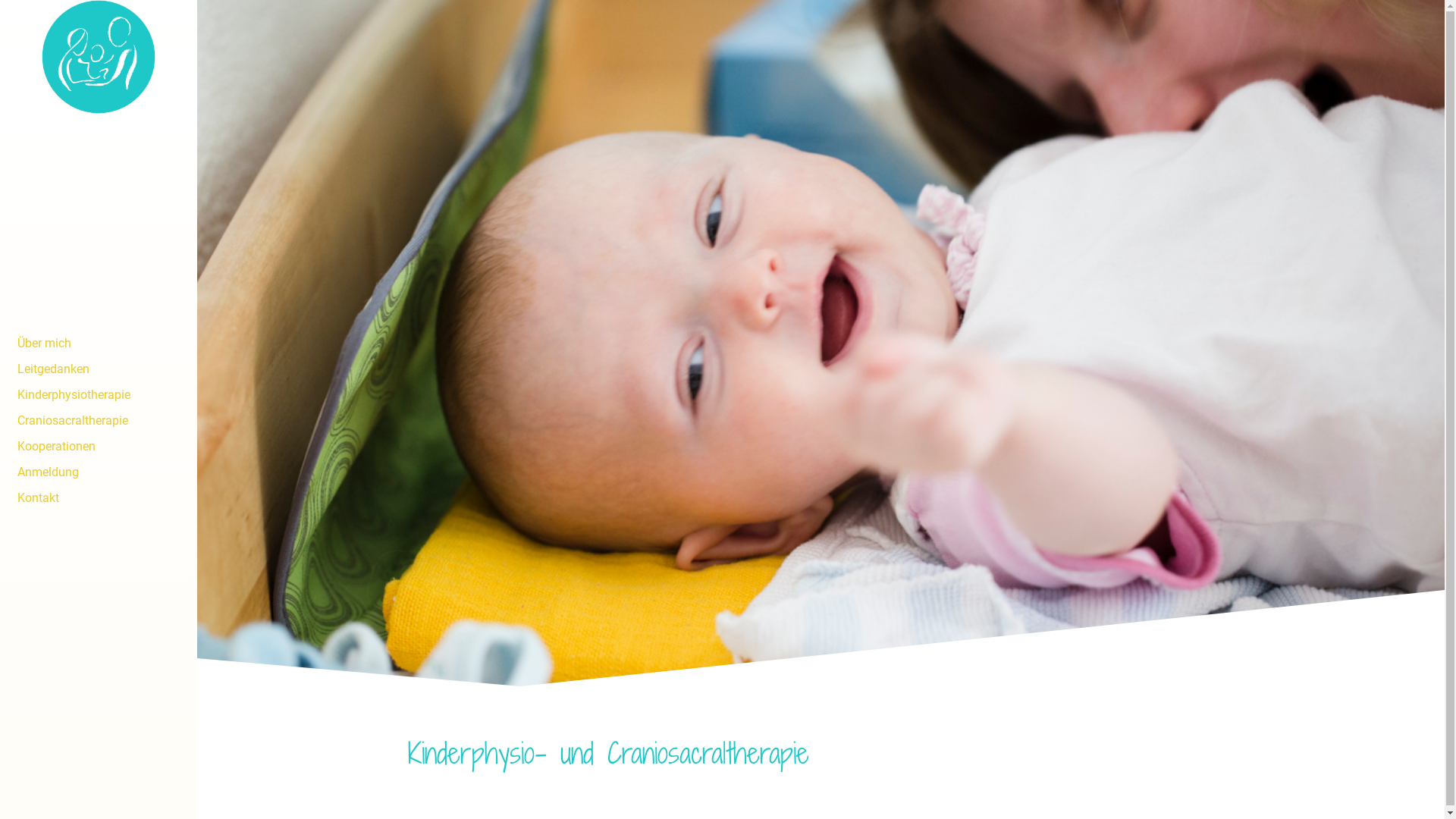  I want to click on 'Leitgedanken', so click(97, 369).